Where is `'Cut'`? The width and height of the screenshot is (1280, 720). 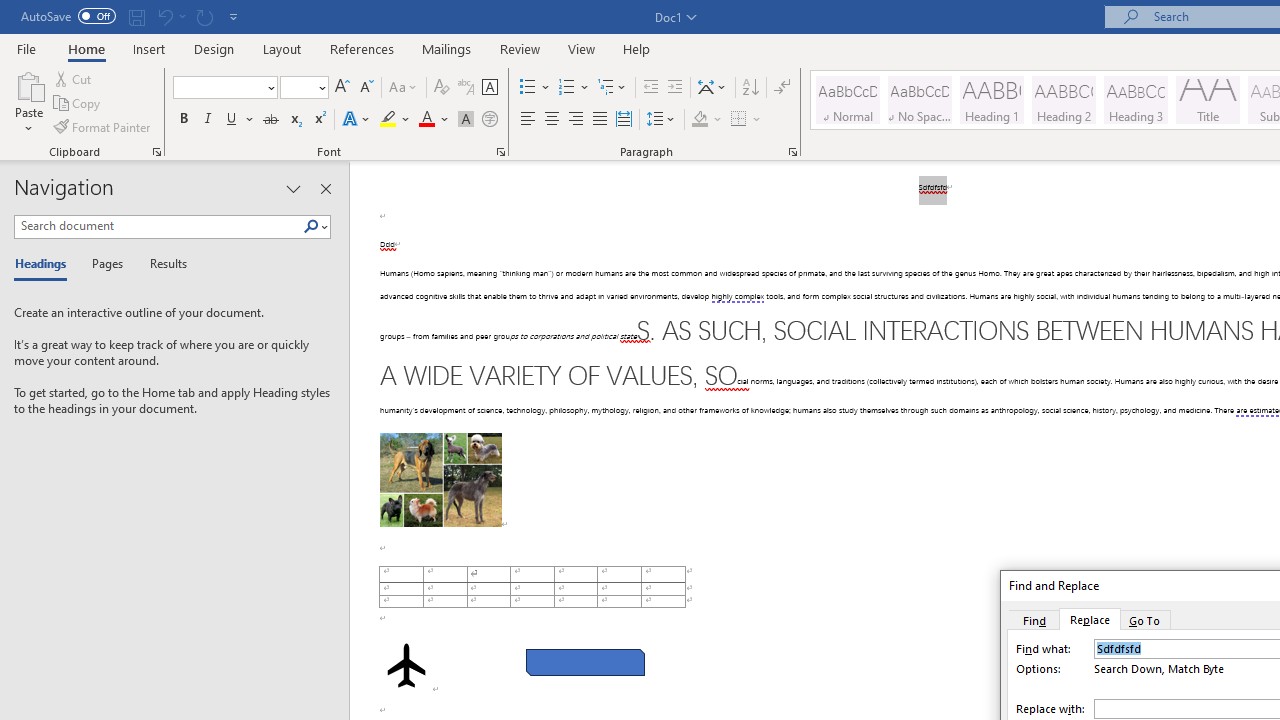 'Cut' is located at coordinates (74, 78).